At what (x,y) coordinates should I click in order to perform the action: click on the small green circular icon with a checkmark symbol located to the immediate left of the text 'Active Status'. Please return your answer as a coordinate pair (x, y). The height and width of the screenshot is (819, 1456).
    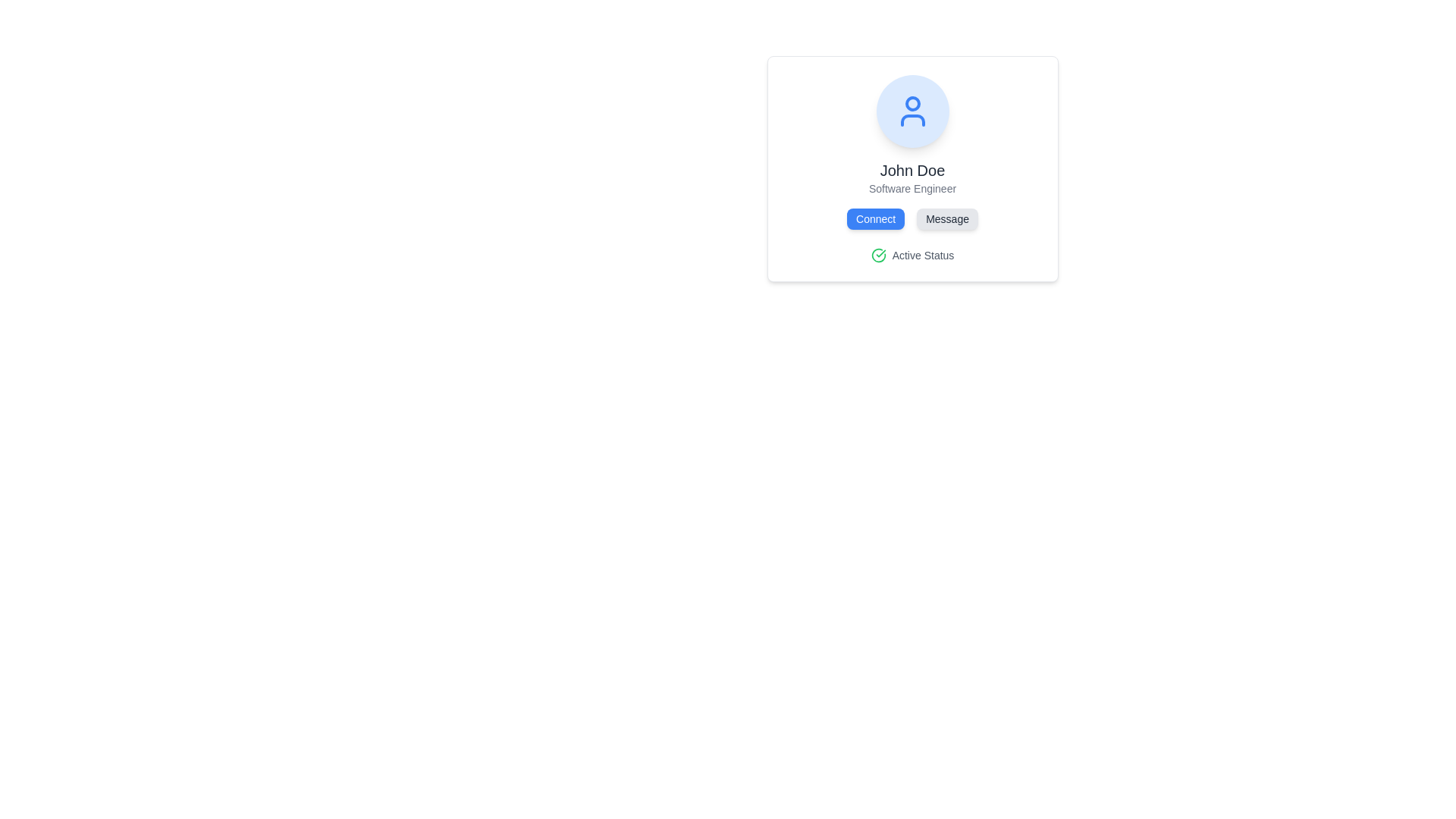
    Looking at the image, I should click on (878, 254).